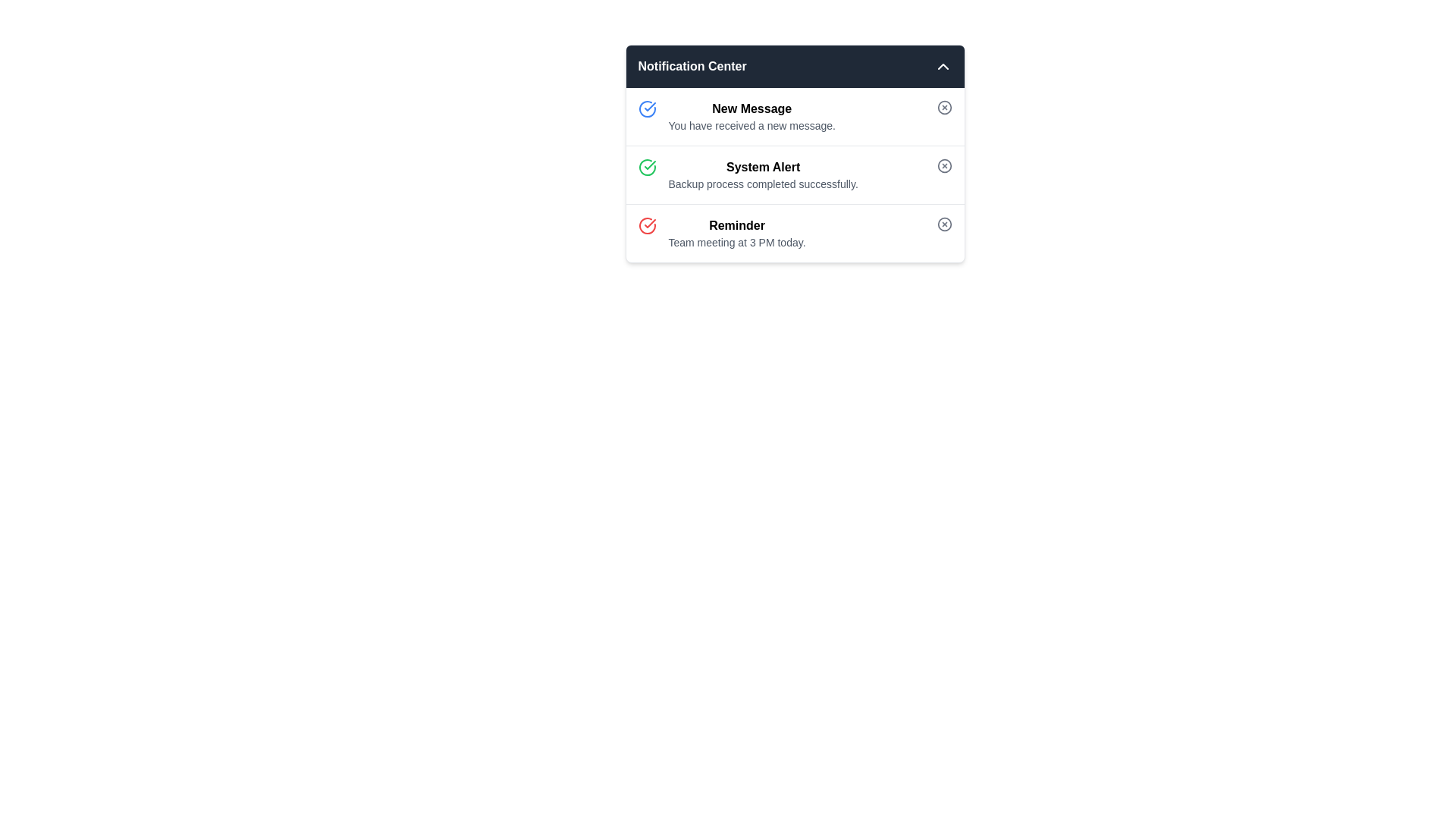 This screenshot has height=819, width=1456. Describe the element at coordinates (763, 184) in the screenshot. I see `the text element displaying 'Backup process completed successfully.' located below the 'System Alert' header in the Notification Center panel` at that location.